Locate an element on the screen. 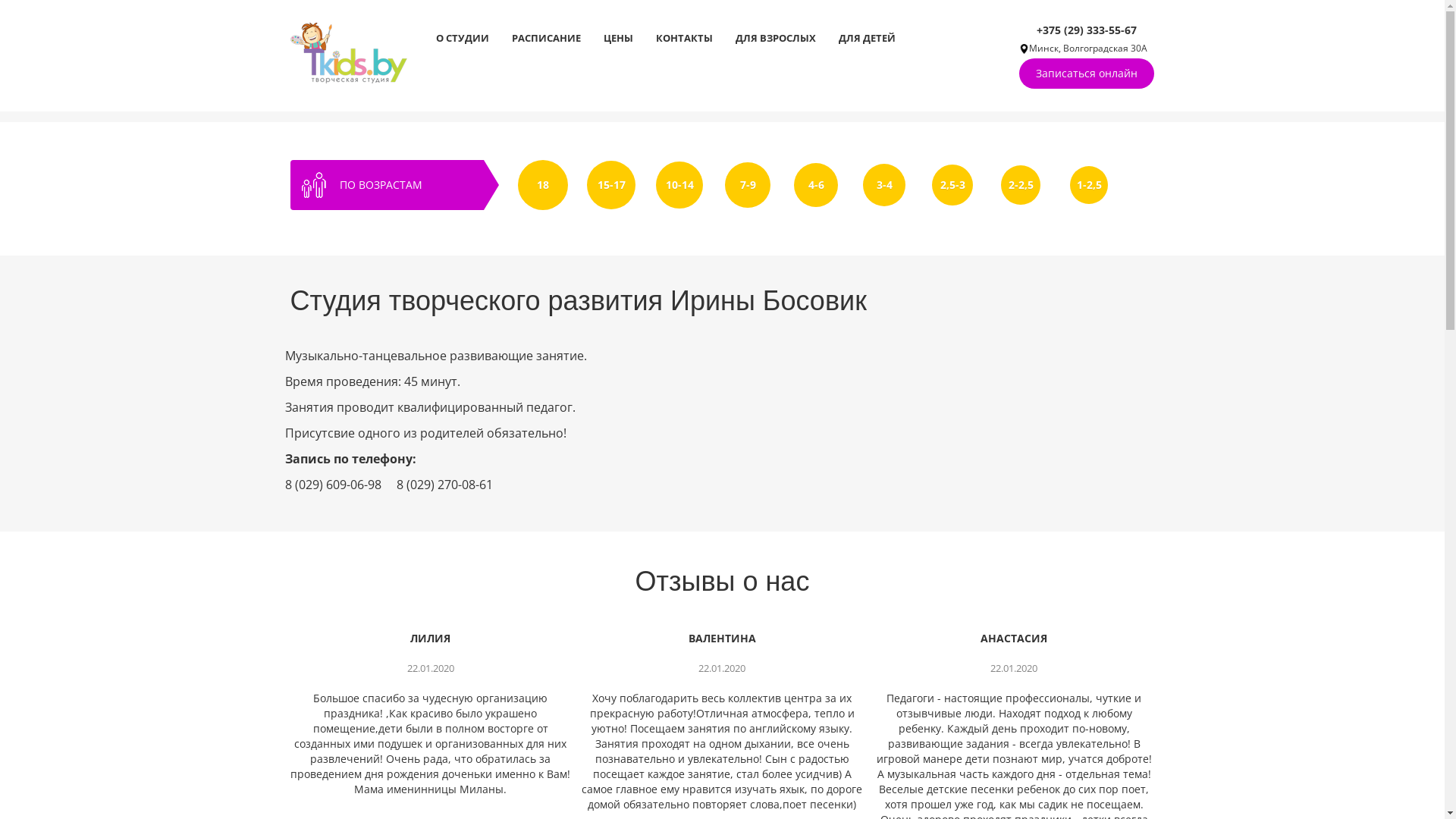 This screenshot has width=1456, height=819. '2-2,5' is located at coordinates (1020, 184).